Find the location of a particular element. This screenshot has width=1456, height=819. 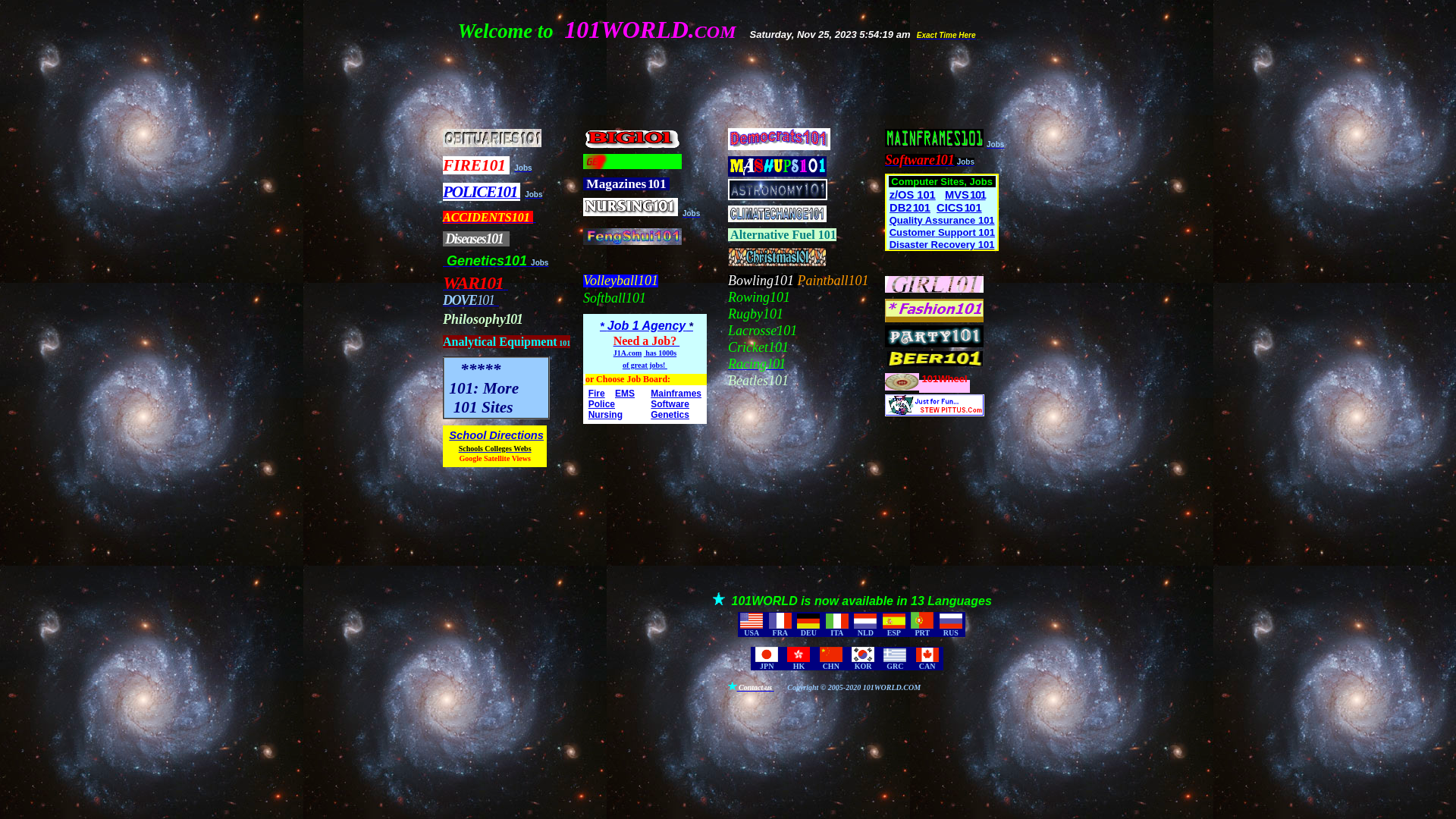

'Rugby101' is located at coordinates (728, 313).